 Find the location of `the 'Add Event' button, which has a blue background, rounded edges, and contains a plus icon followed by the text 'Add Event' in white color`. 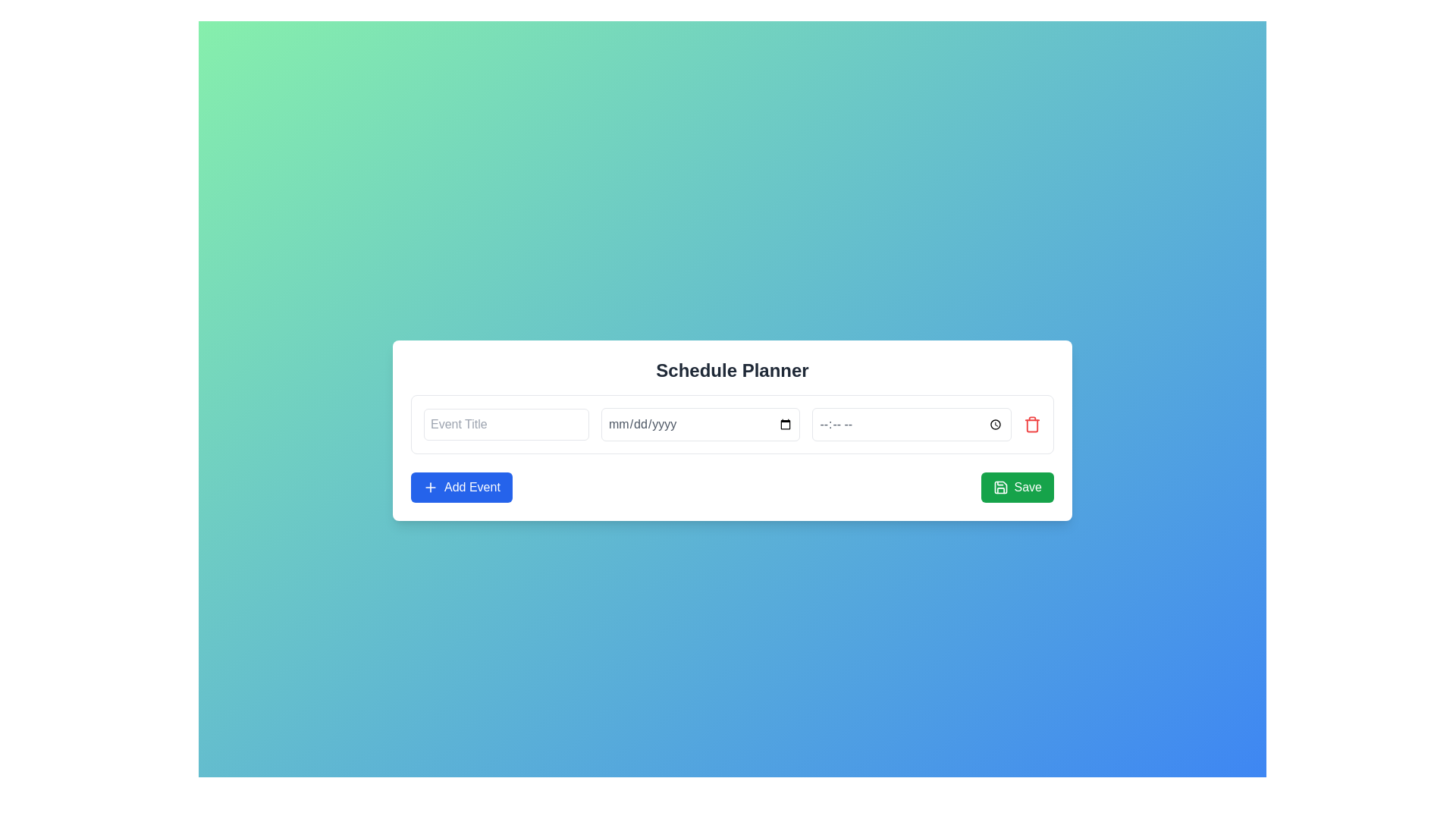

the 'Add Event' button, which has a blue background, rounded edges, and contains a plus icon followed by the text 'Add Event' in white color is located at coordinates (460, 488).